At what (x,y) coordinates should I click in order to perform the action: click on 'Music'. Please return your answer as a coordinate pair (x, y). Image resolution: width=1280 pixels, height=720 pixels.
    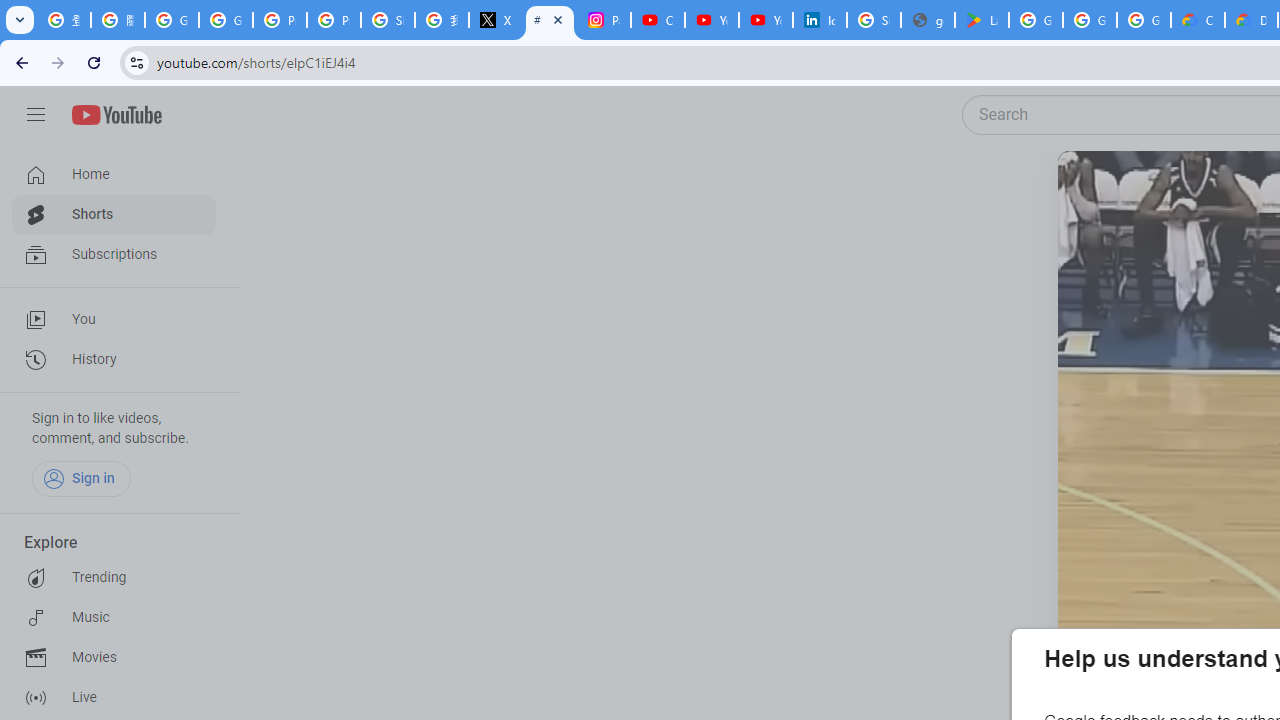
    Looking at the image, I should click on (112, 617).